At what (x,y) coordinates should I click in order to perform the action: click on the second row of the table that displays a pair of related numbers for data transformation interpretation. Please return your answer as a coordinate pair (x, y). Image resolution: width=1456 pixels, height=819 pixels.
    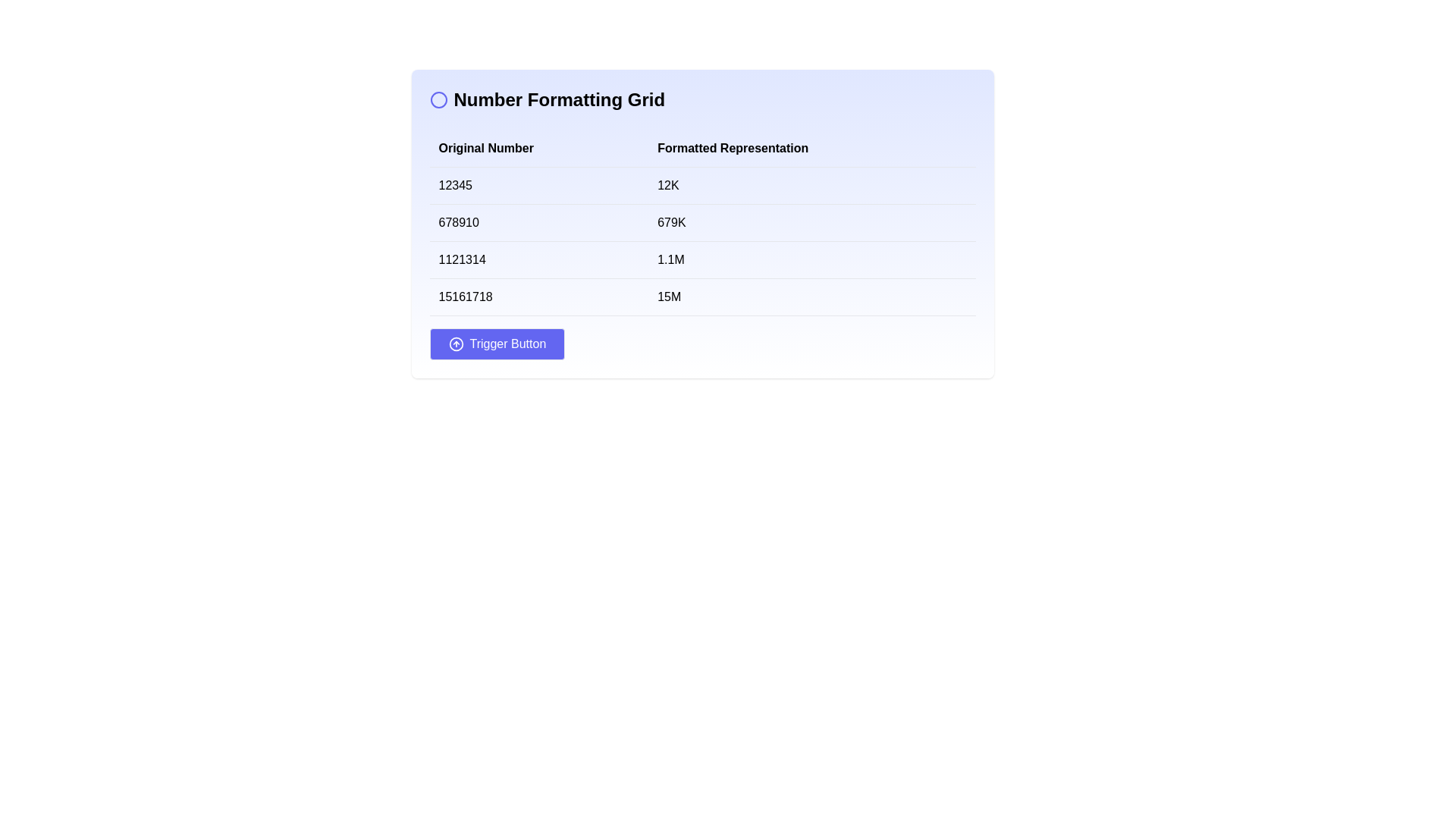
    Looking at the image, I should click on (701, 222).